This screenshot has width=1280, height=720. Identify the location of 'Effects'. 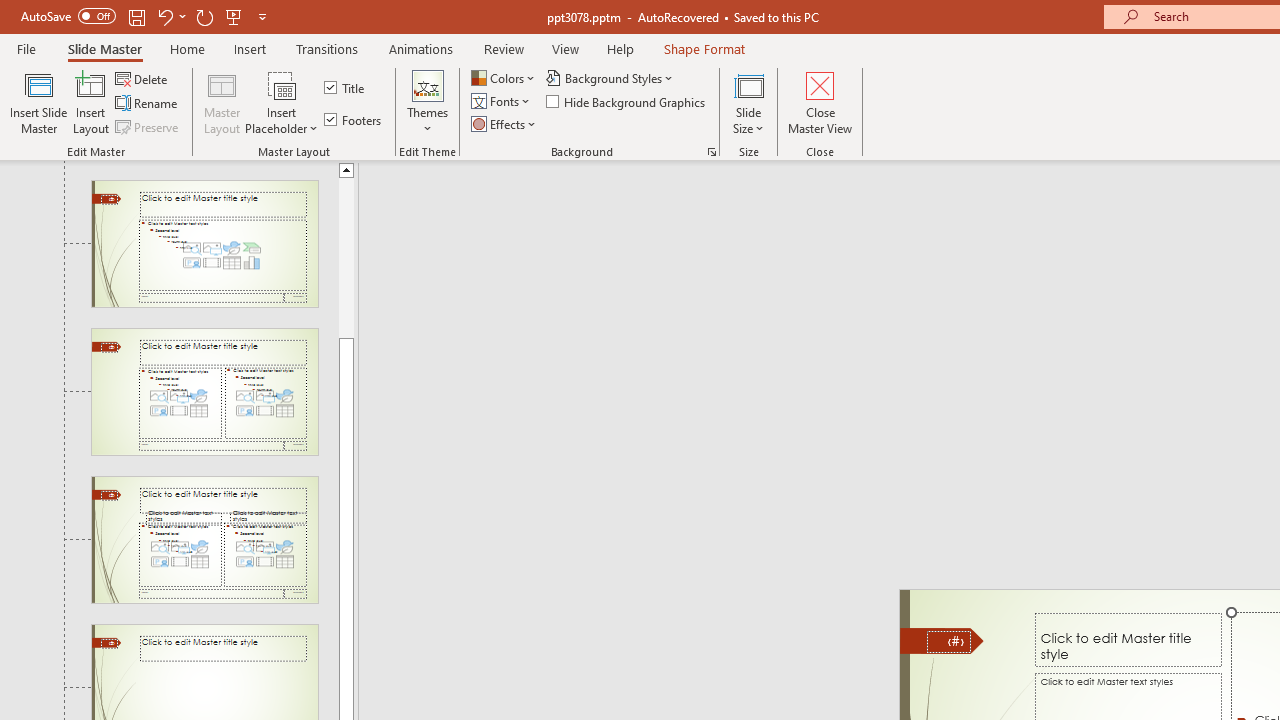
(505, 124).